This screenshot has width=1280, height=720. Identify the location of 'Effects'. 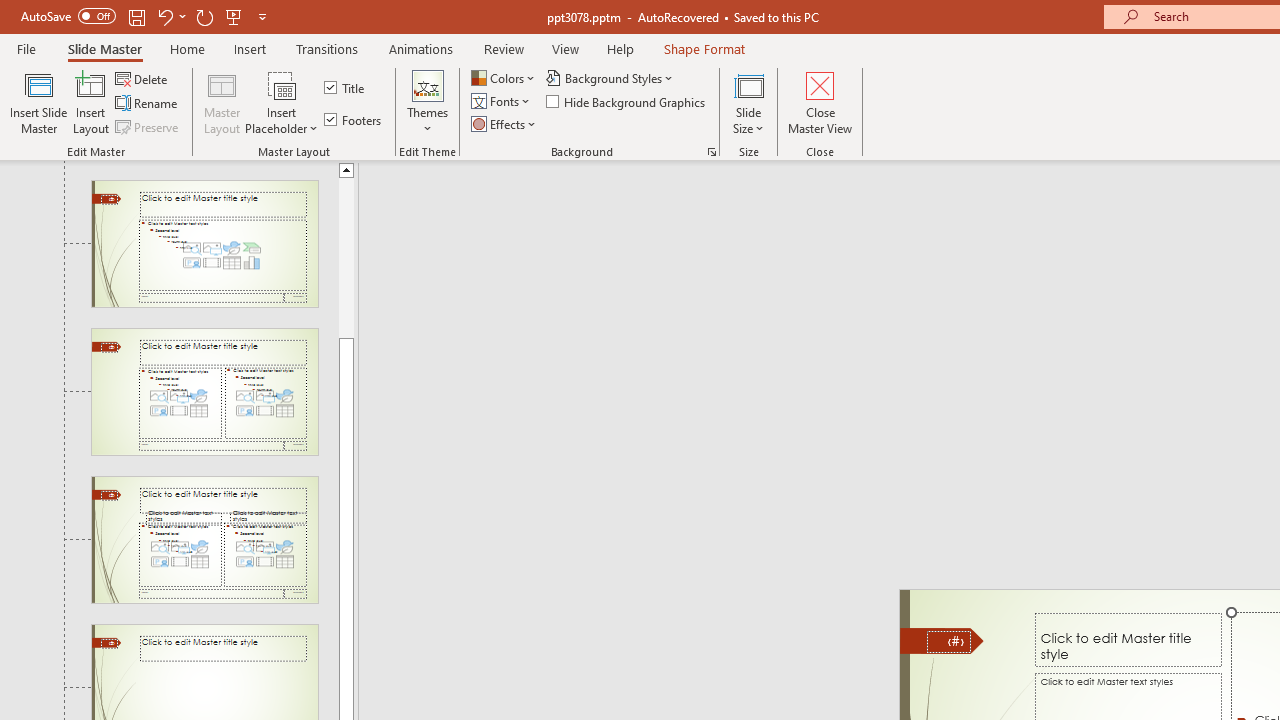
(505, 124).